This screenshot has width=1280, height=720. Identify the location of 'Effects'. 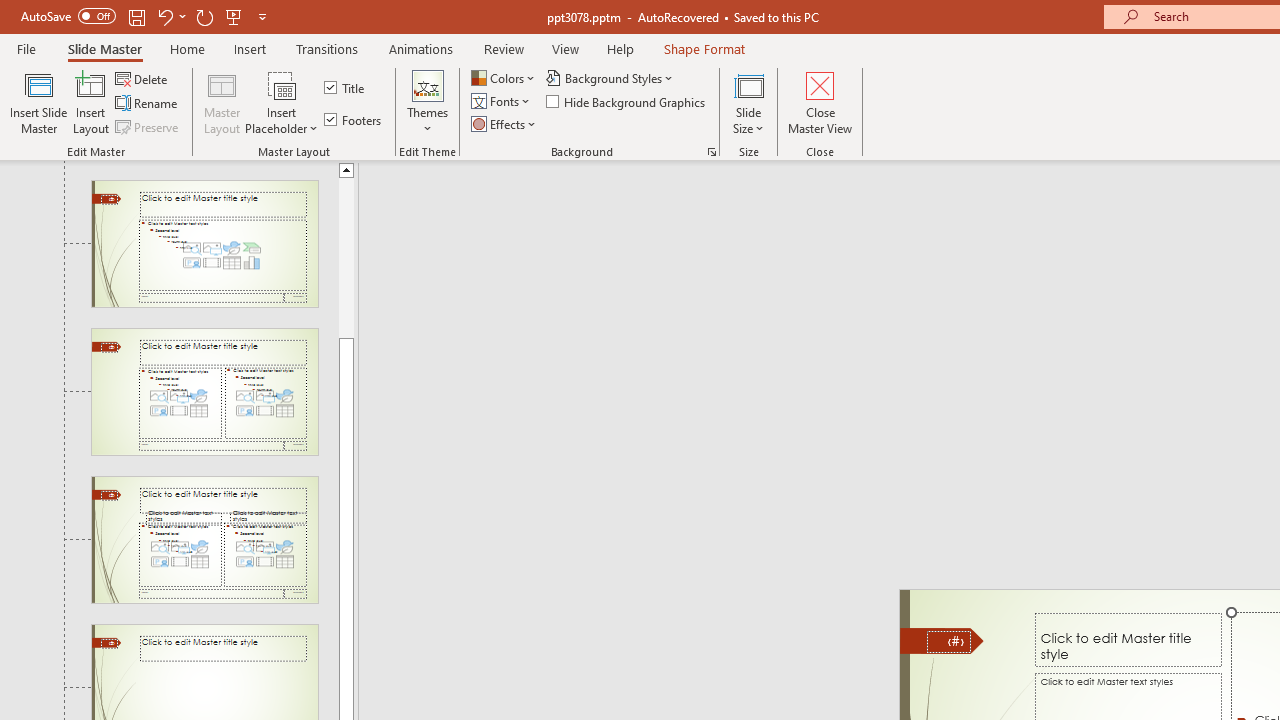
(505, 124).